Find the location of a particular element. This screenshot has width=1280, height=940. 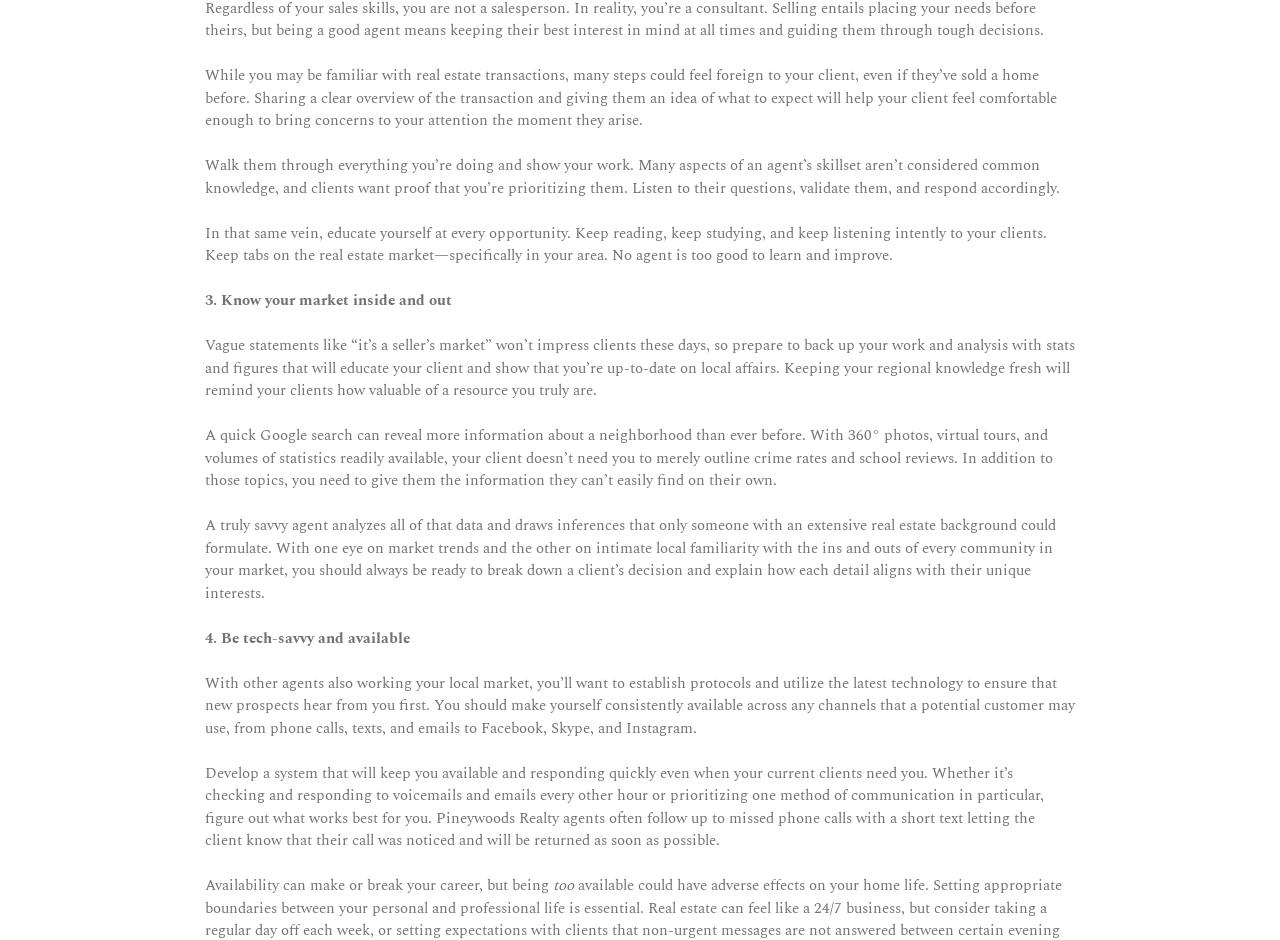

'Vague statements like “it’s a seller’s market” won’t impress clients these days, so prepare to back up your work and analysis with stats and figures that will educate your client and show that you’re up-to-date on local affairs. Keeping your regional knowledge fresh will remind your clients how valuable of a resource you truly are.' is located at coordinates (640, 367).